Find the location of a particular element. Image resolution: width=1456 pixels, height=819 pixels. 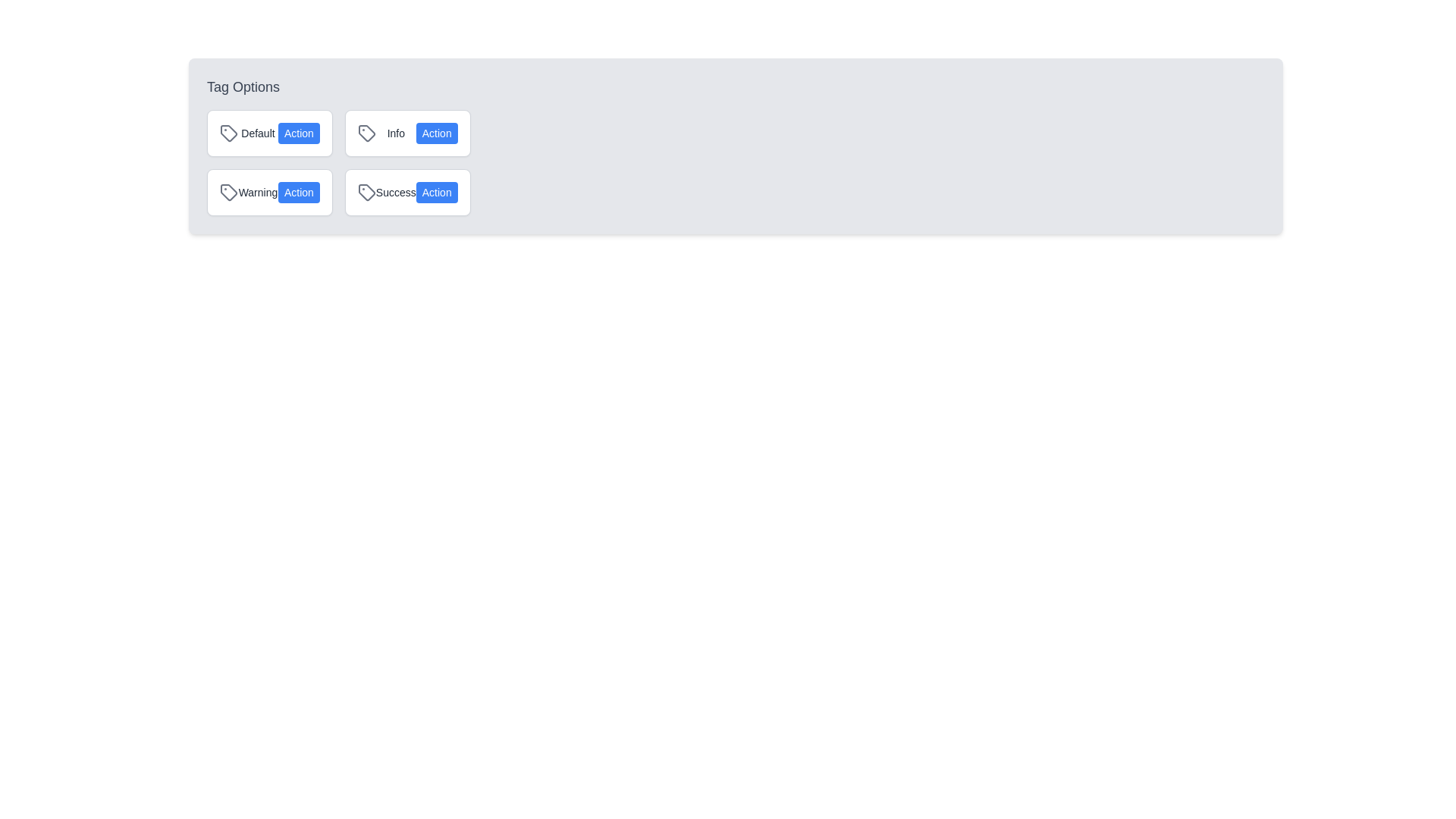

the static text label that serves as a descriptor for the tag option in the first position of the top row in the grid is located at coordinates (258, 133).